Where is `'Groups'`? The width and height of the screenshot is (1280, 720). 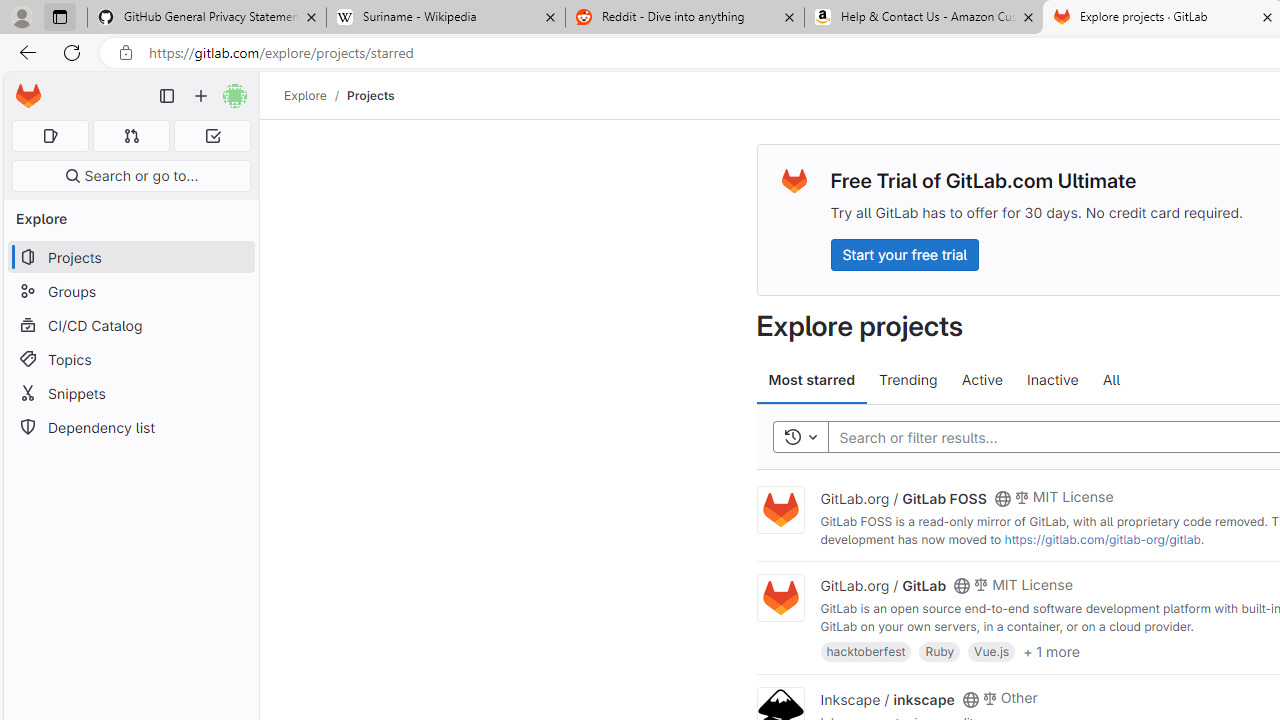
'Groups' is located at coordinates (130, 291).